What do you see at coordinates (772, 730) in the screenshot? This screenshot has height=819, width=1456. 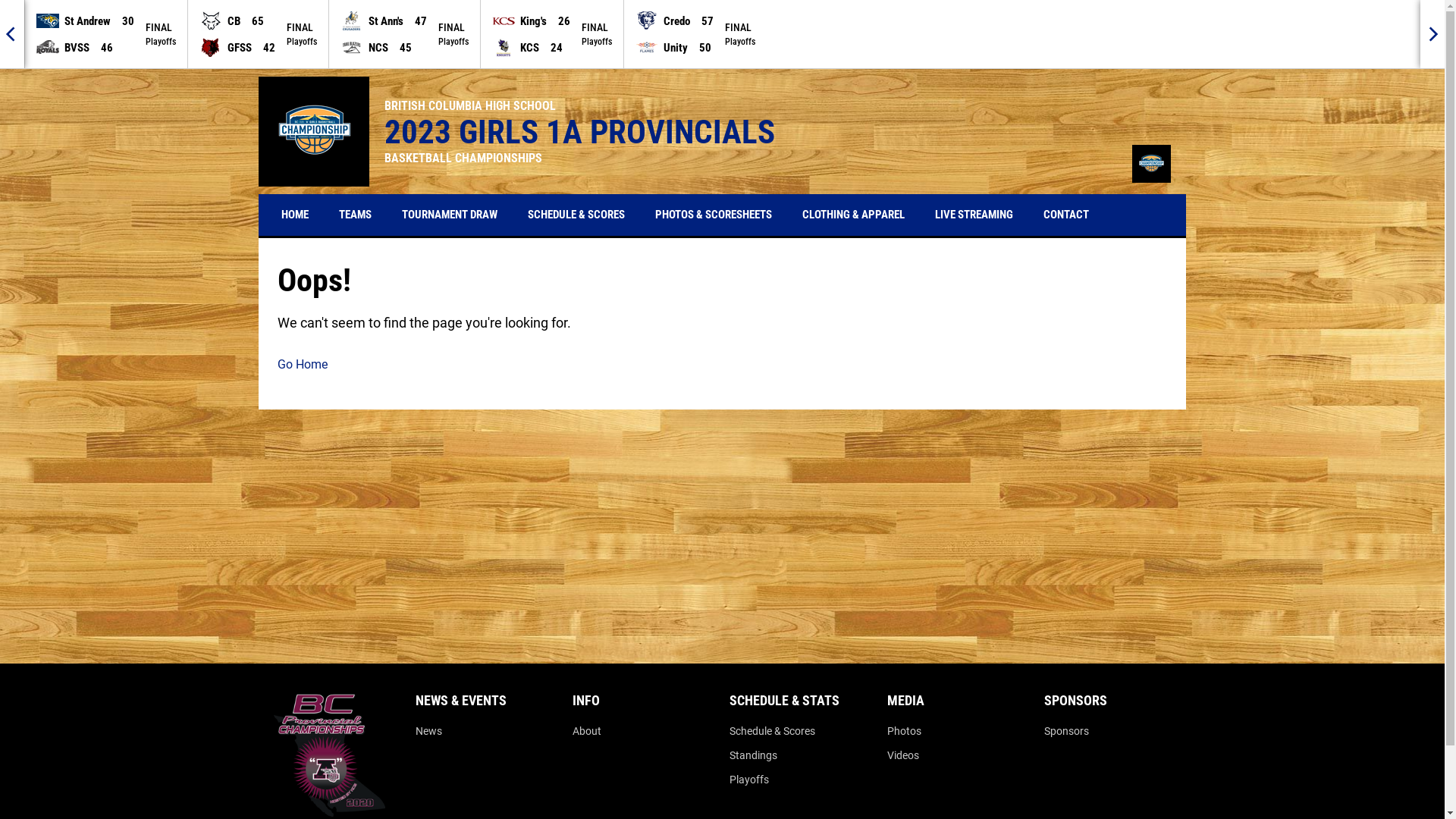 I see `'Schedule & Scores'` at bounding box center [772, 730].